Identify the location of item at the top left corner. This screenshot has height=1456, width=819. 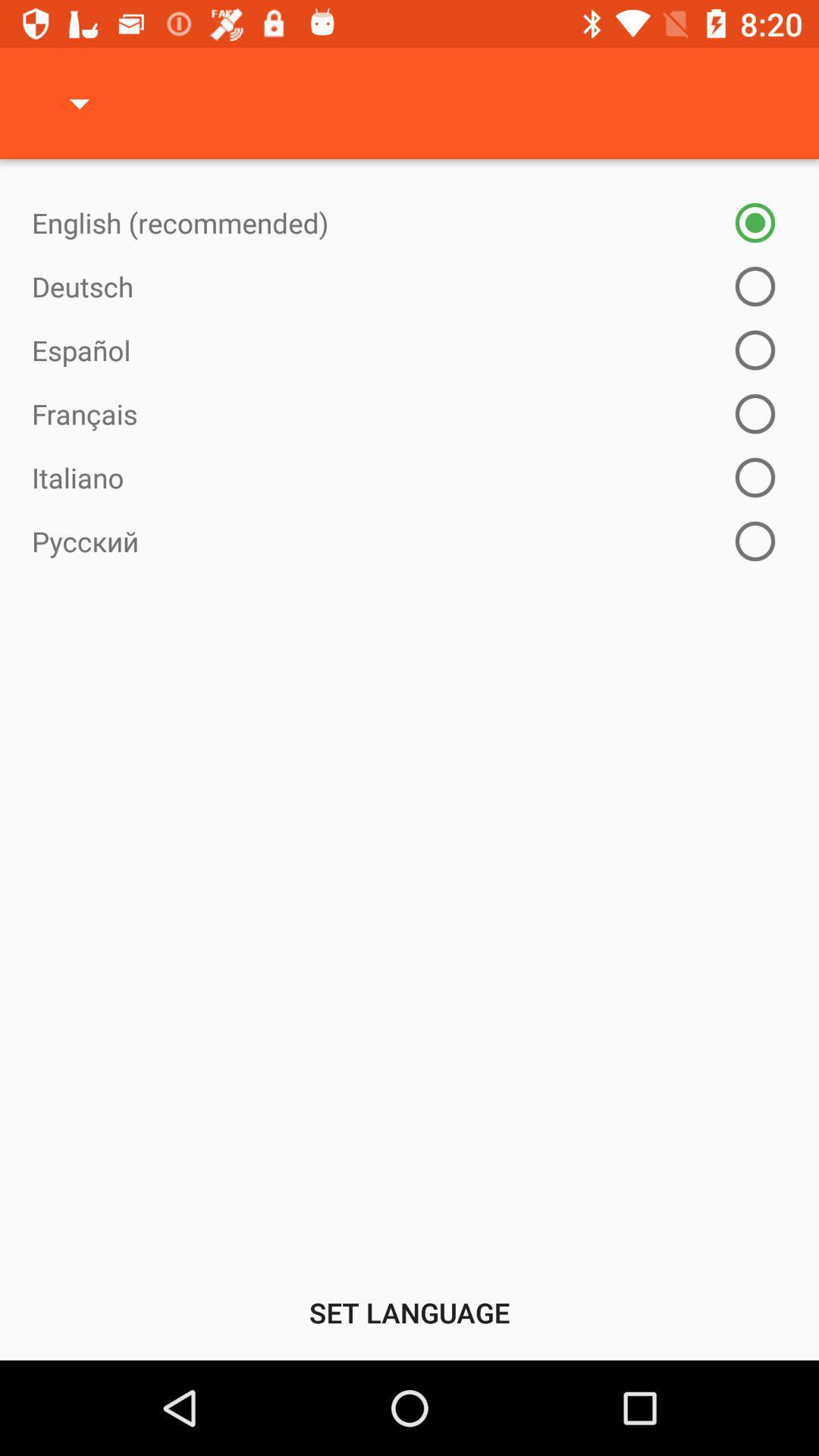
(79, 102).